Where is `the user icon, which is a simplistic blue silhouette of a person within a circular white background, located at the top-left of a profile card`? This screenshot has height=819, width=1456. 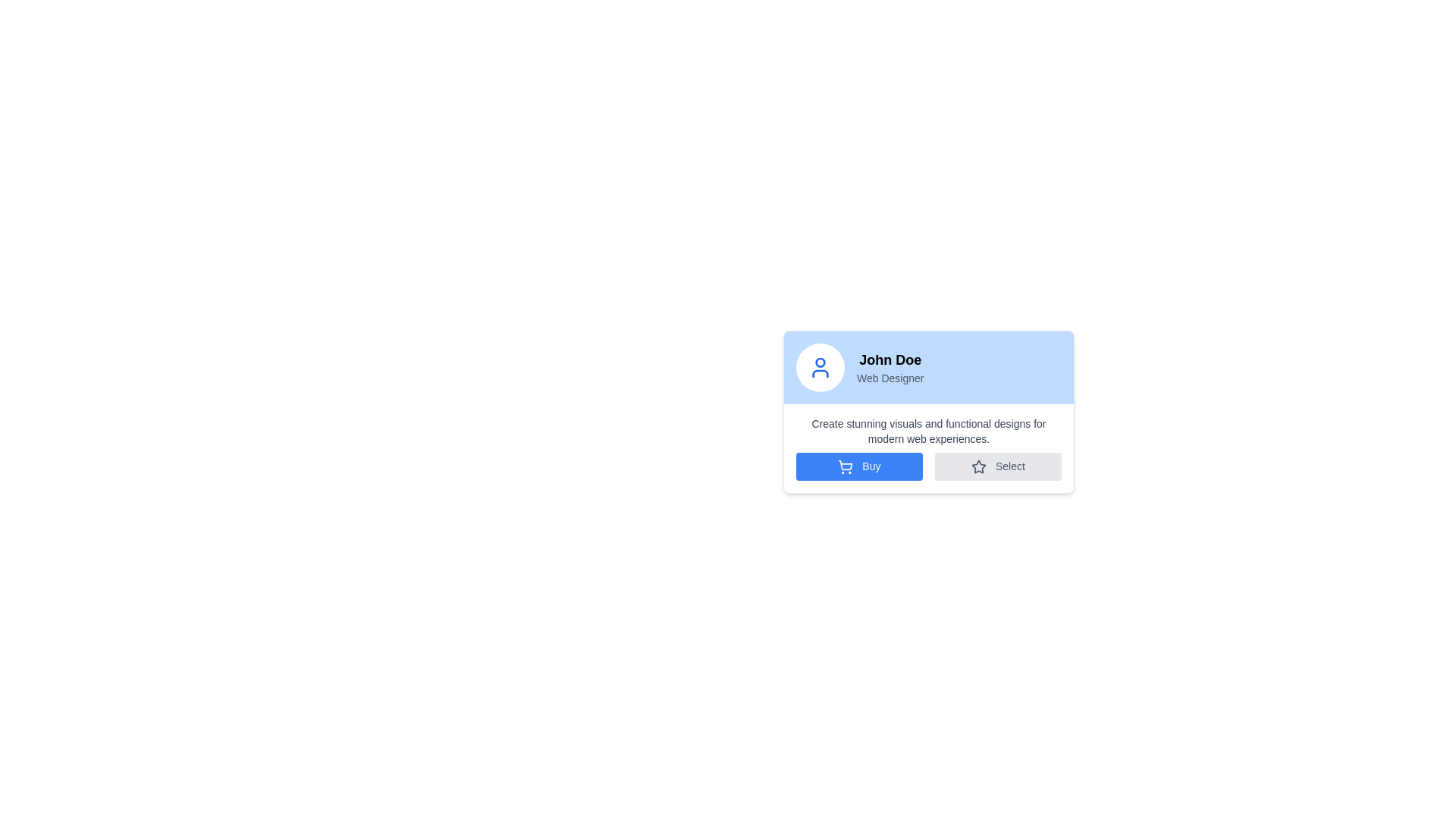 the user icon, which is a simplistic blue silhouette of a person within a circular white background, located at the top-left of a profile card is located at coordinates (819, 368).